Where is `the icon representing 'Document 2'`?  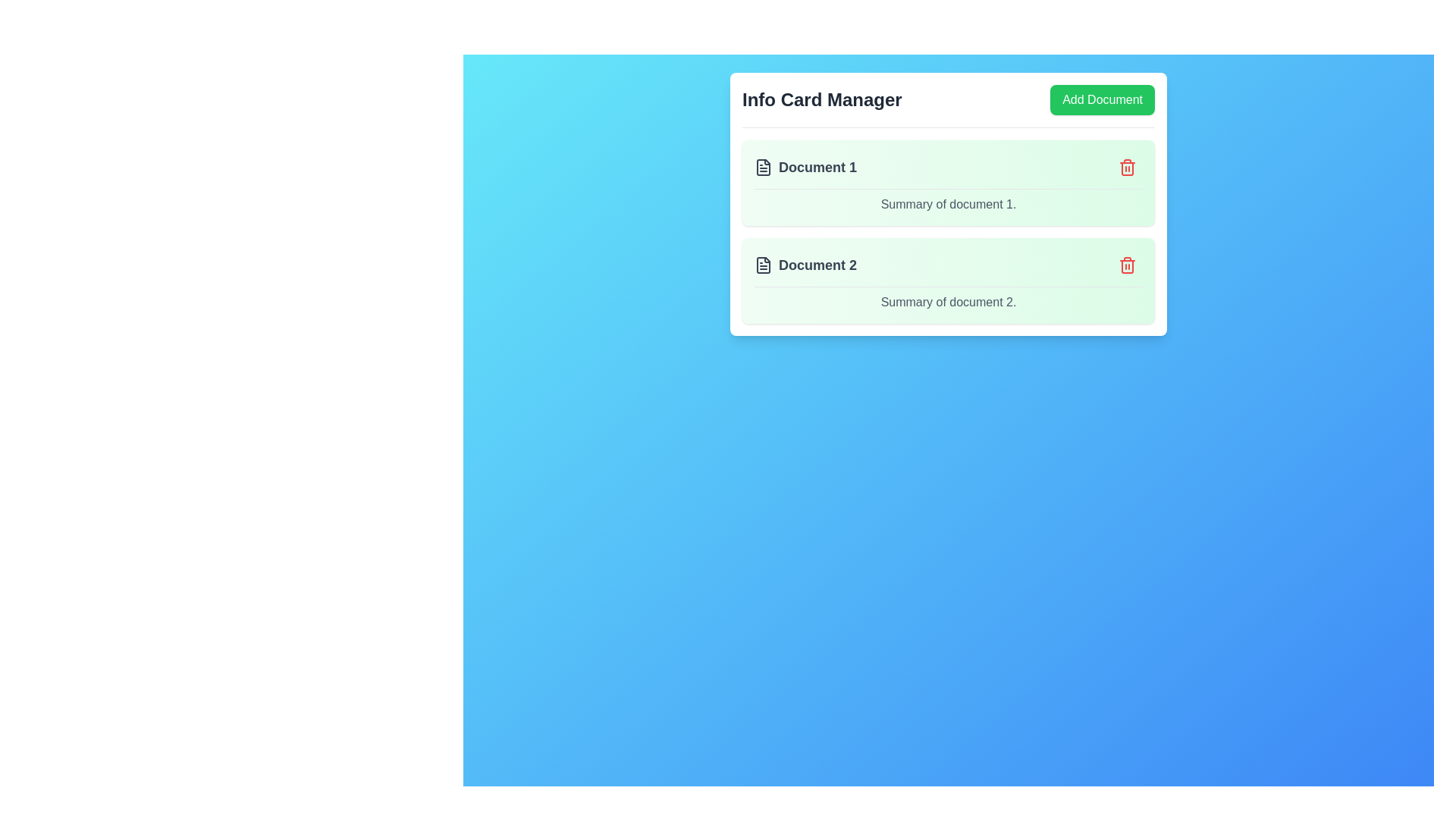
the icon representing 'Document 2' is located at coordinates (764, 265).